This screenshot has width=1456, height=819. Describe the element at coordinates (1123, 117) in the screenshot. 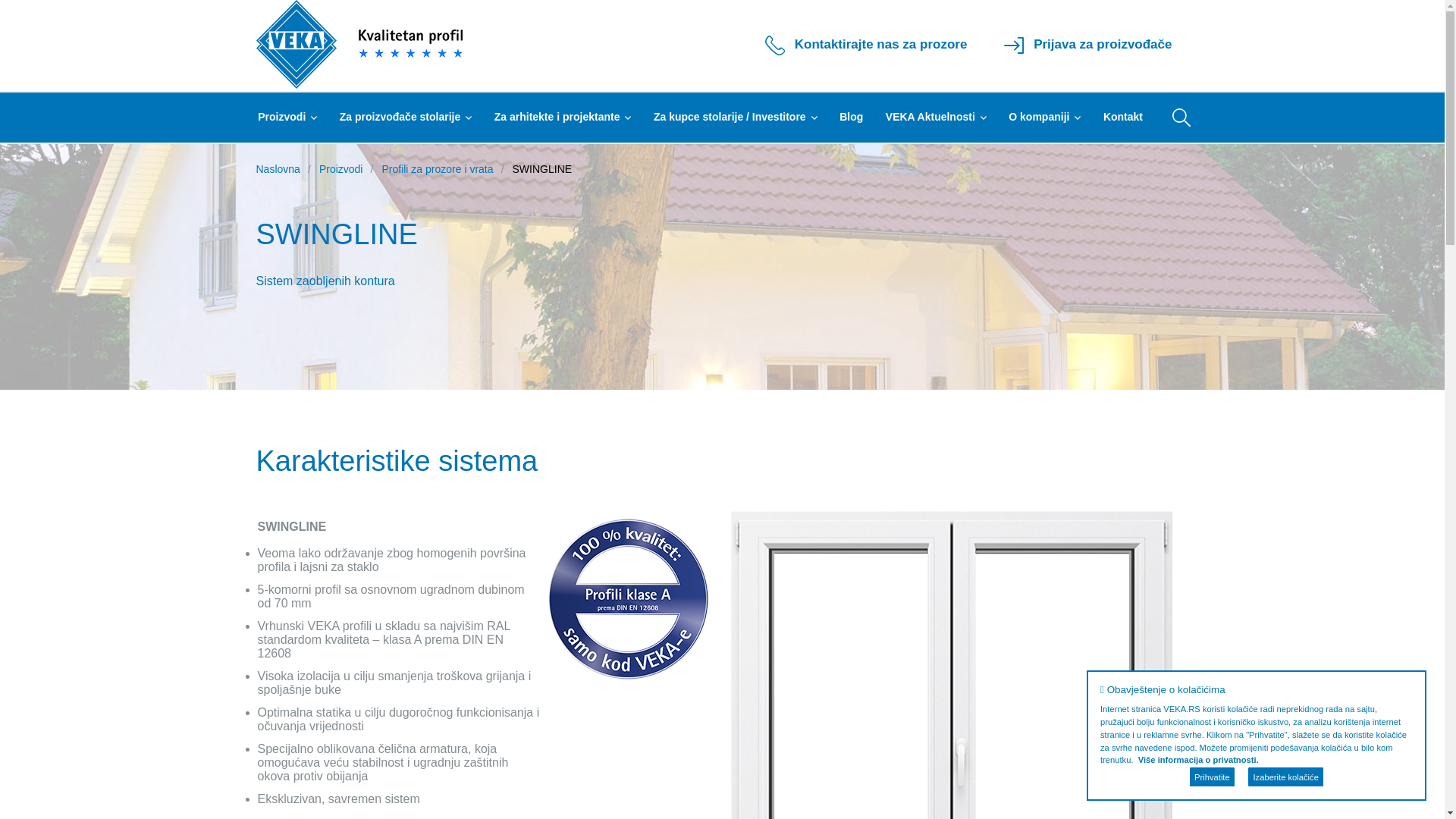

I see `'Kontakt'` at that location.